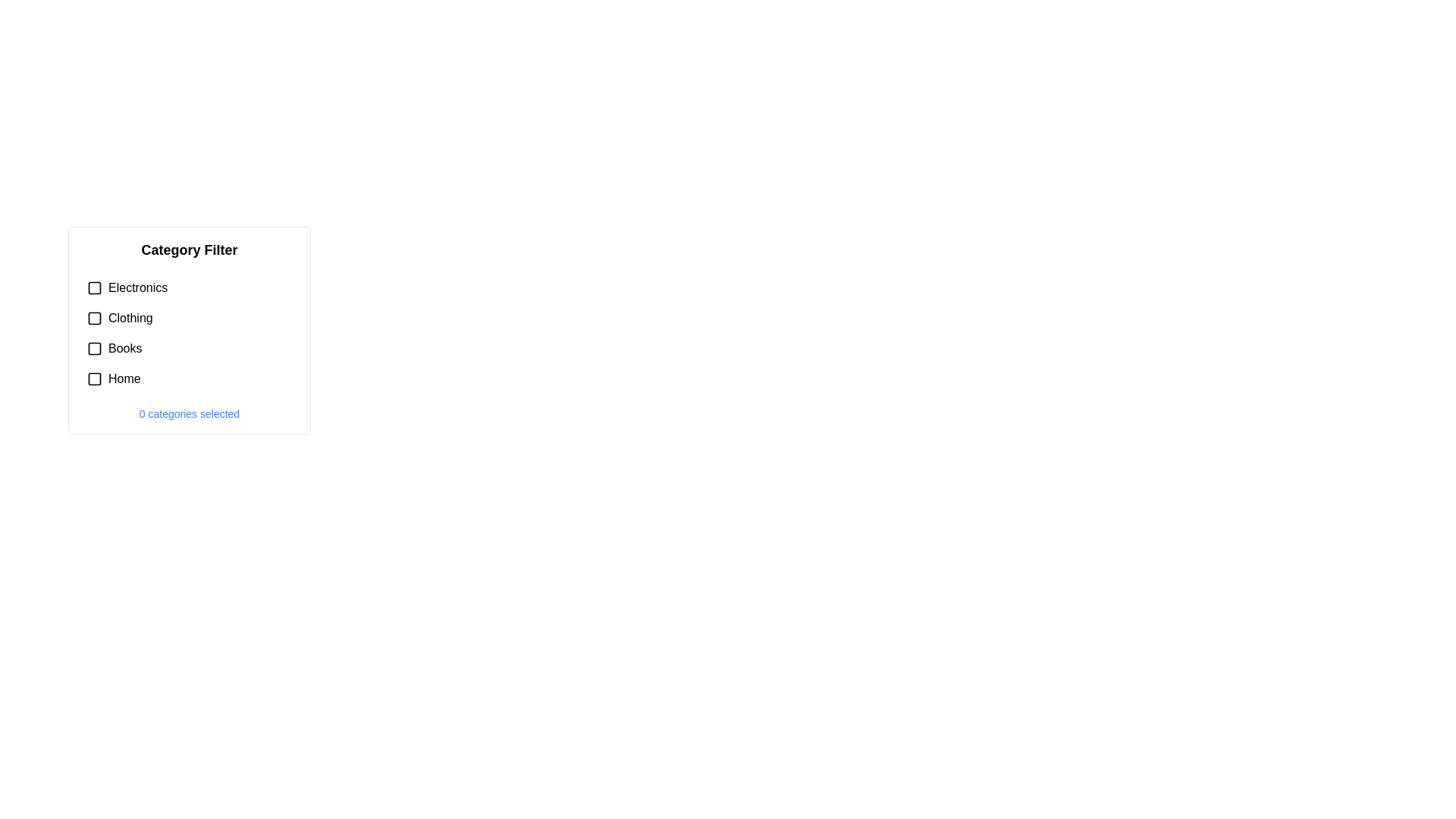 Image resolution: width=1456 pixels, height=819 pixels. Describe the element at coordinates (93, 378) in the screenshot. I see `the checkbox to the left of the 'Home' label in the 'Category Filter' menu` at that location.